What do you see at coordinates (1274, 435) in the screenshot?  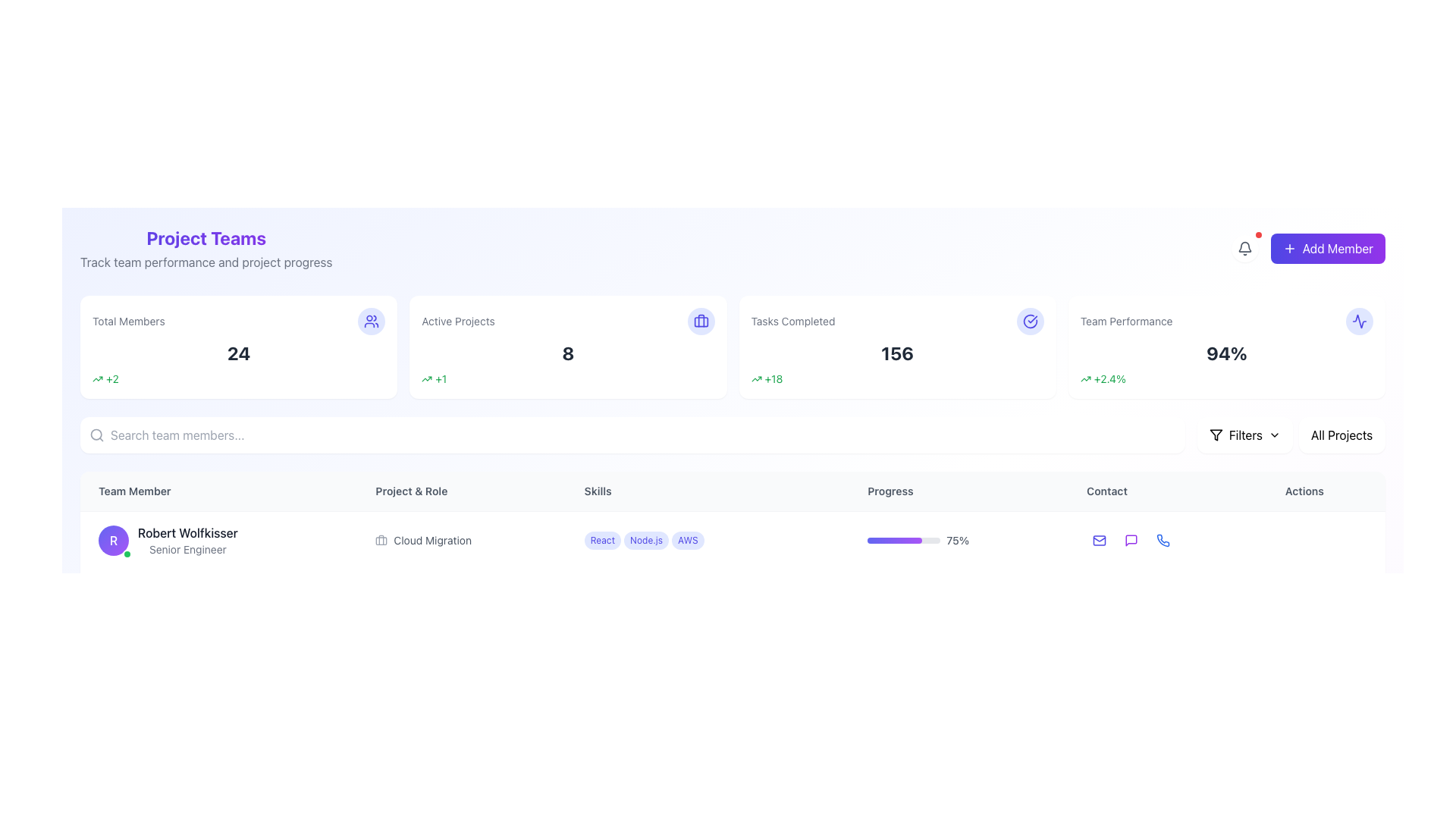 I see `the downward-pointing chevron icon located within the 'Filters' button` at bounding box center [1274, 435].